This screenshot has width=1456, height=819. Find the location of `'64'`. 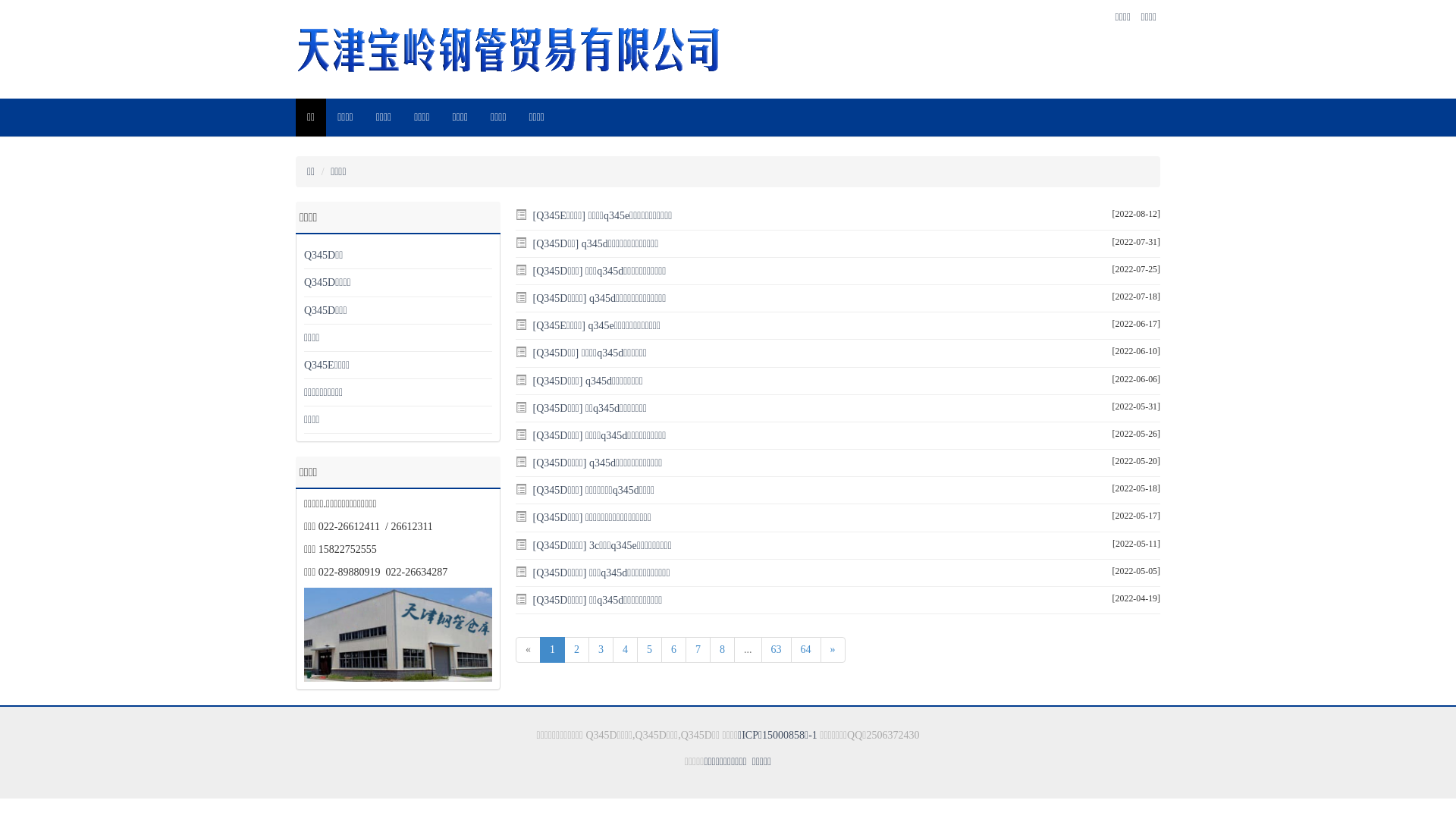

'64' is located at coordinates (804, 648).